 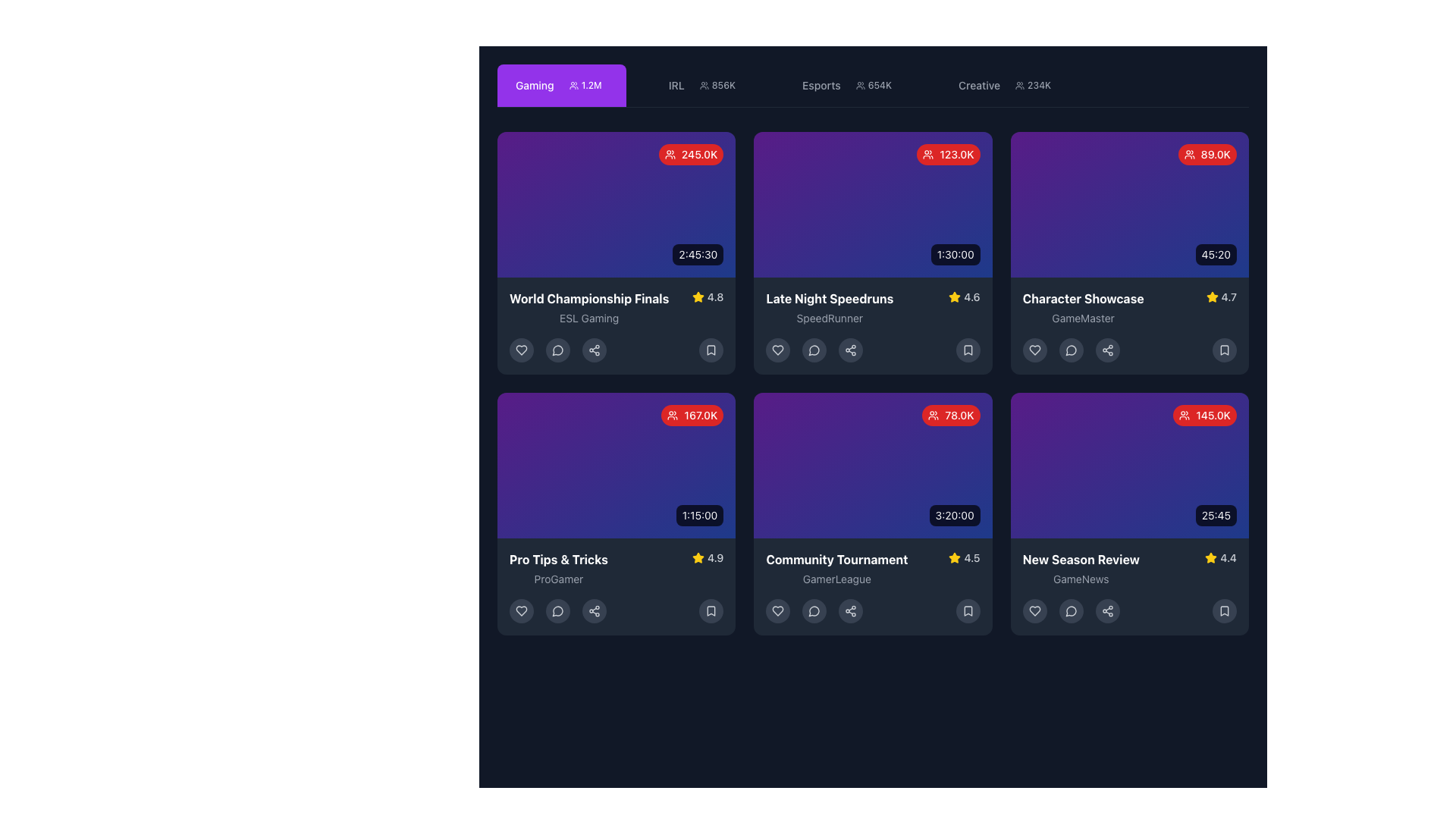 I want to click on the UI card section in the 'Character Showcase' that features a gradient background from purple to blue, with '89.0K' in a red badge at the top right and '45:20' in a black rectangle at the bottom right, so click(x=1129, y=205).